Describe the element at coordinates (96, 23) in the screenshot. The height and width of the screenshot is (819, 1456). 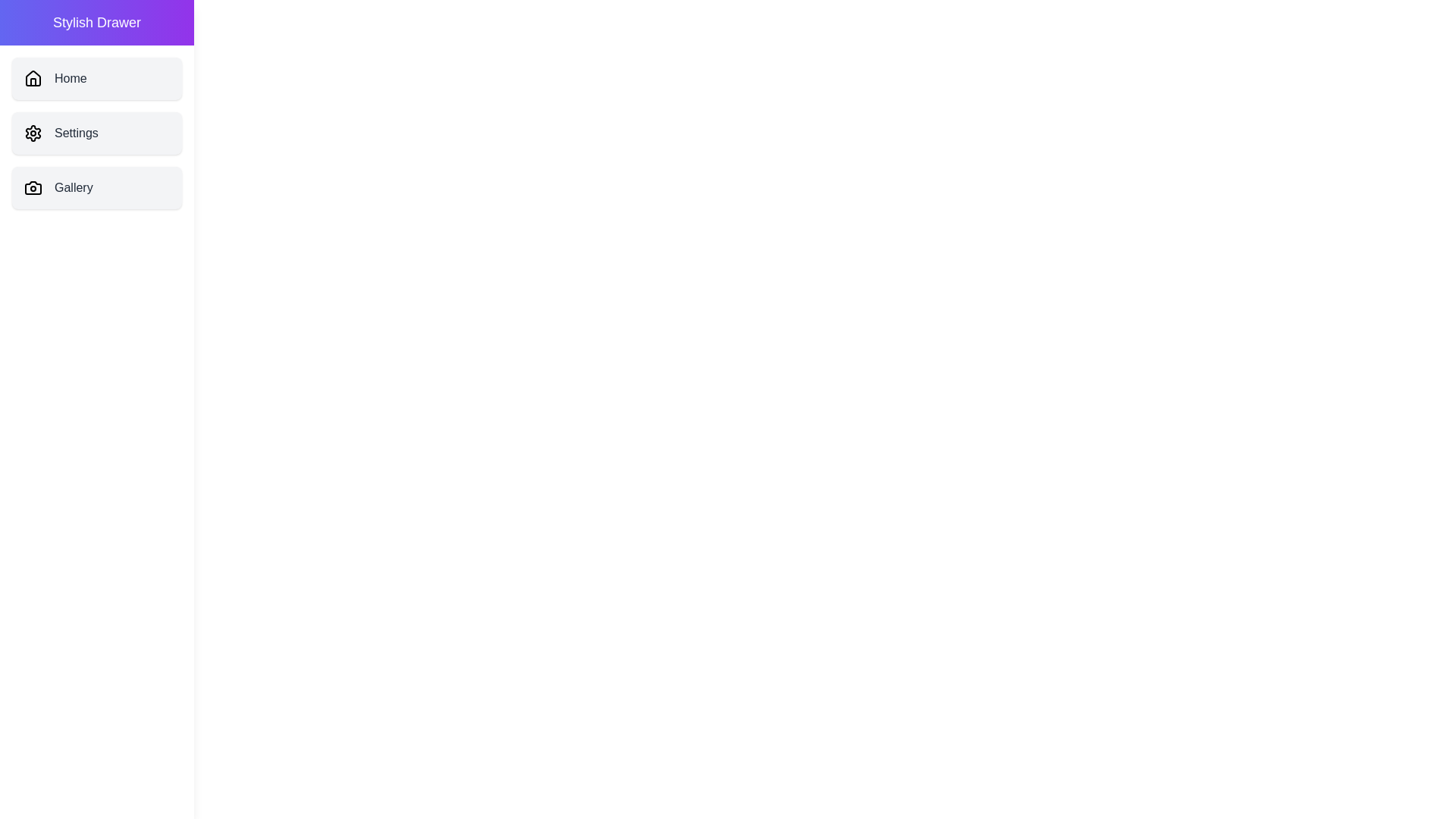
I see `the Stylish Drawer header to inspect it` at that location.